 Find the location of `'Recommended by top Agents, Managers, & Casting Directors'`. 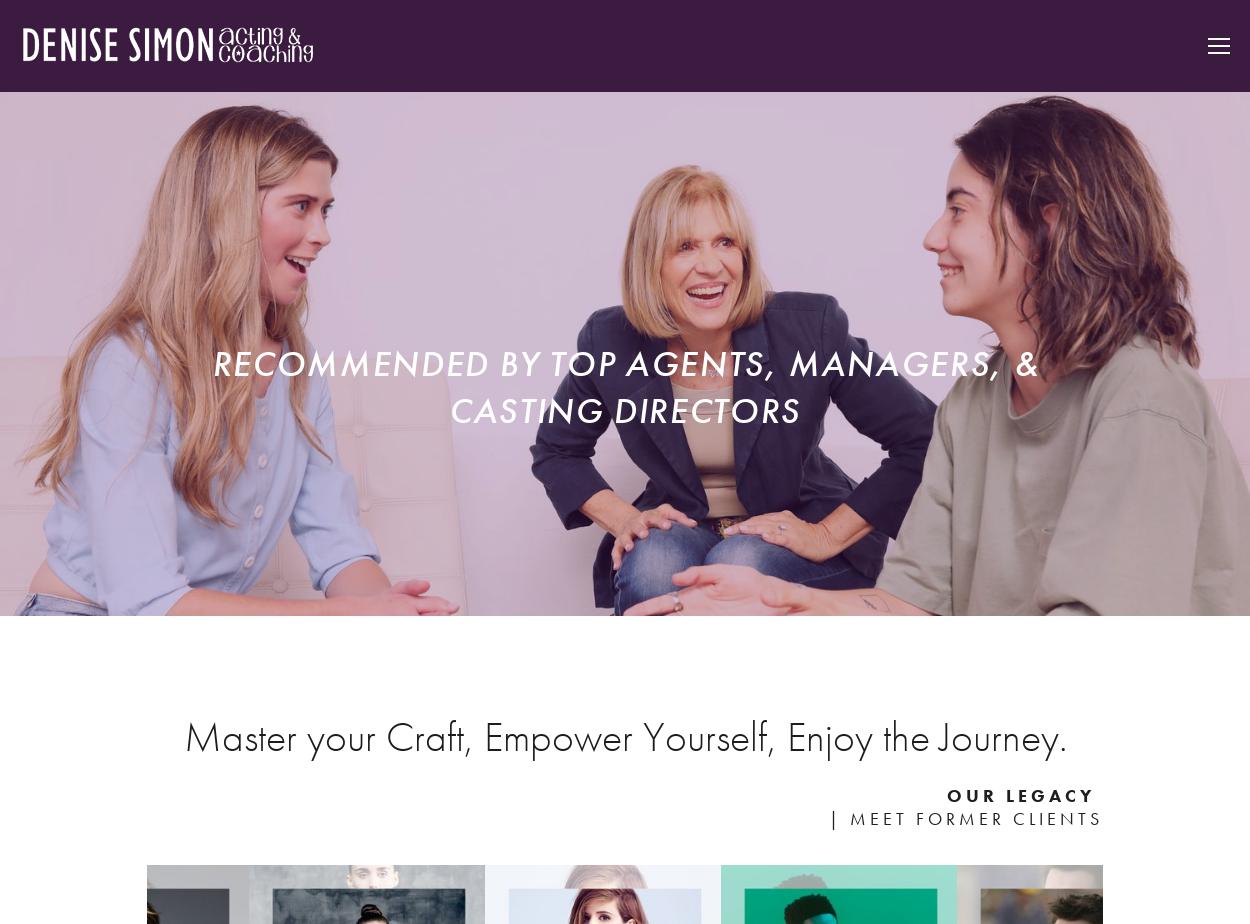

'Recommended by top Agents, Managers, & Casting Directors' is located at coordinates (210, 386).